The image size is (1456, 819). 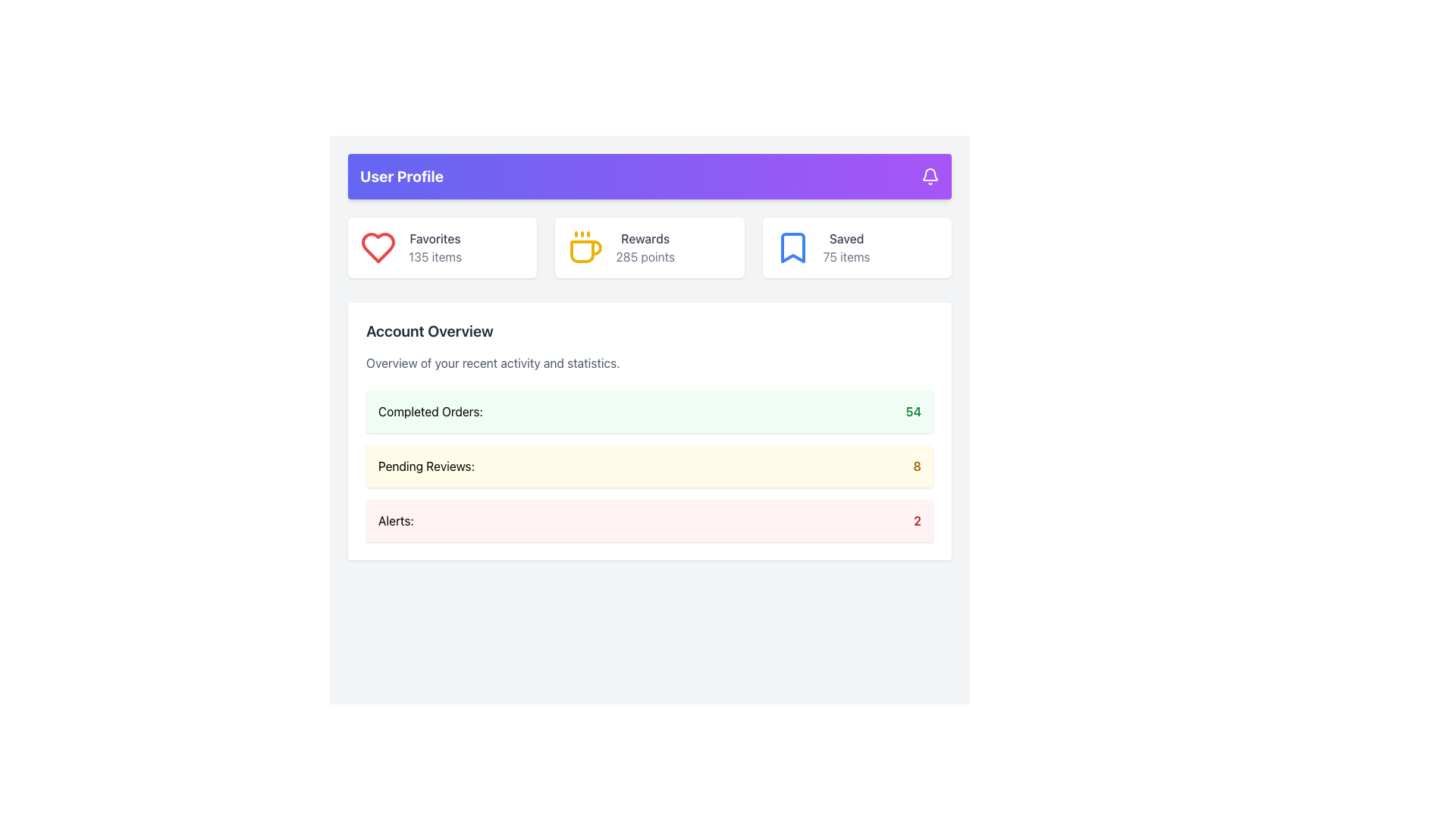 I want to click on the 'Favorites' icon, which is the leftmost icon in the top horizontal list of panels under the 'User Profile' banner, positioned to the left of the text 'Favorites' and '135 items', so click(x=378, y=247).